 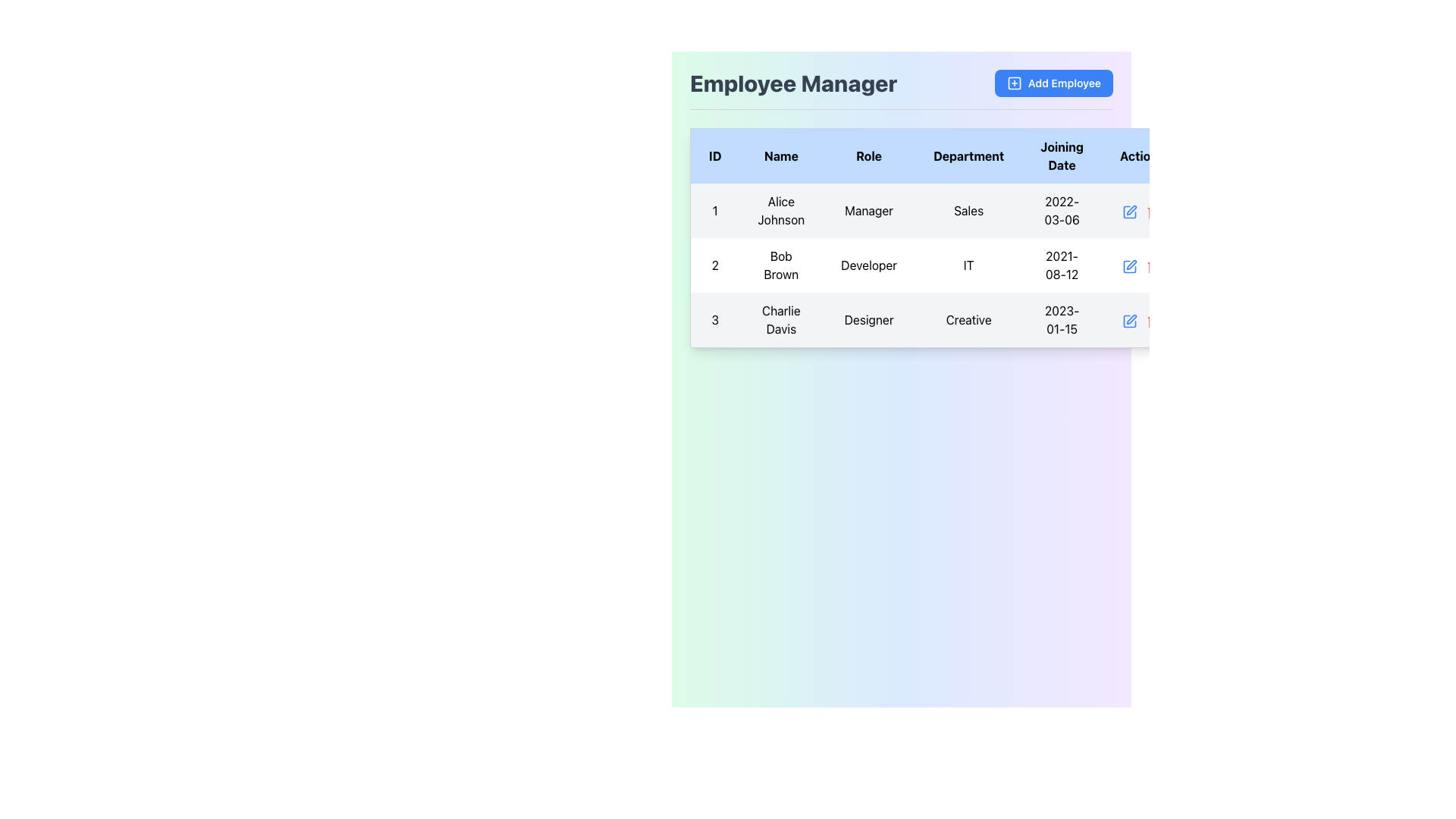 I want to click on the blue pen icon button in the Actions column, first row, adjacent to Alice Johnson, so click(x=1130, y=212).